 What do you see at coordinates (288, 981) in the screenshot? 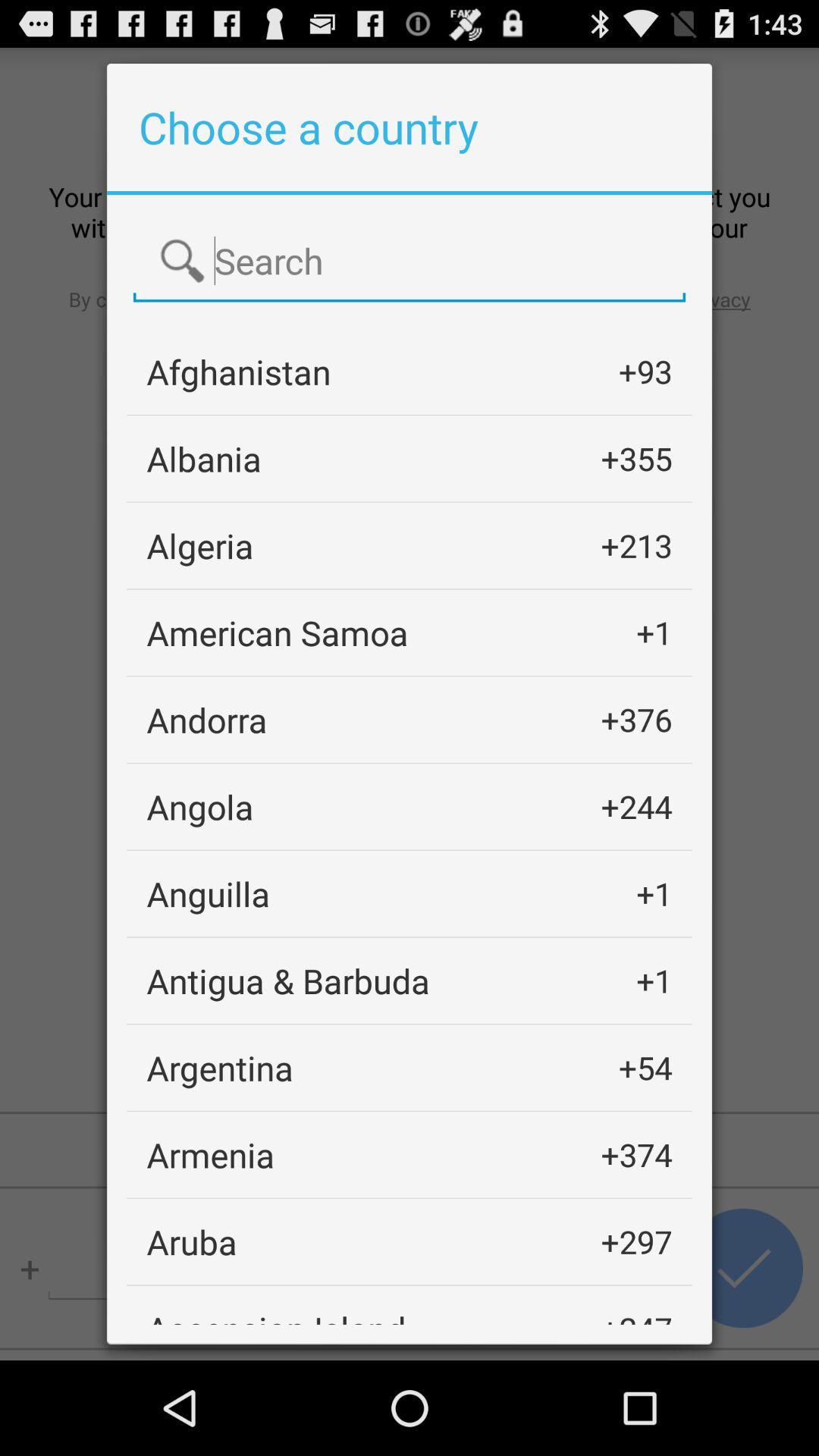
I see `the icon to the left of +1 item` at bounding box center [288, 981].